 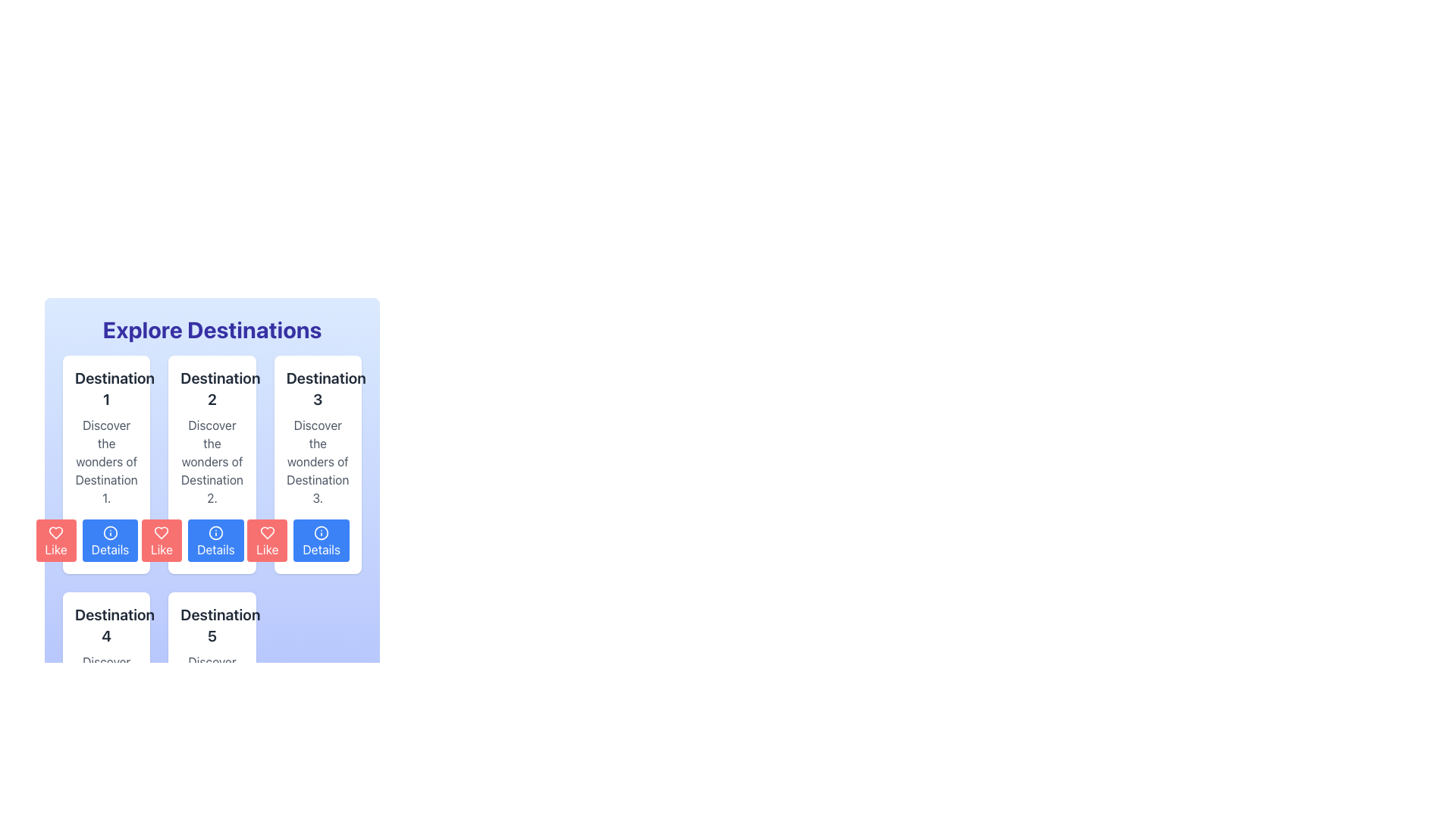 I want to click on the circular blue icon with a white 'i' character located within the 'Details' button of the second column for 'Destination 2', so click(x=215, y=532).